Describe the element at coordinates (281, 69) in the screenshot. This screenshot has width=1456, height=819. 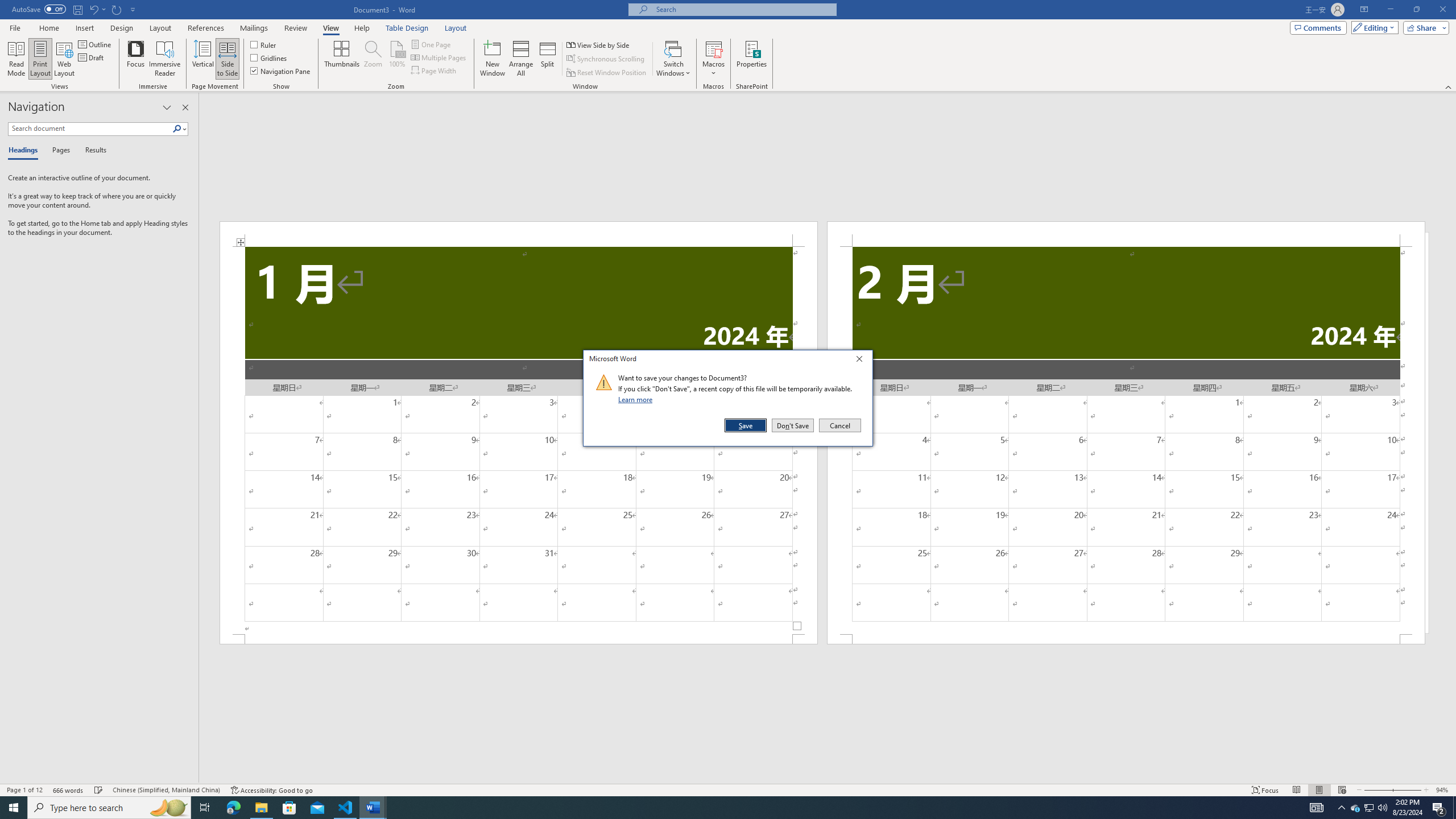
I see `'Navigation Pane'` at that location.